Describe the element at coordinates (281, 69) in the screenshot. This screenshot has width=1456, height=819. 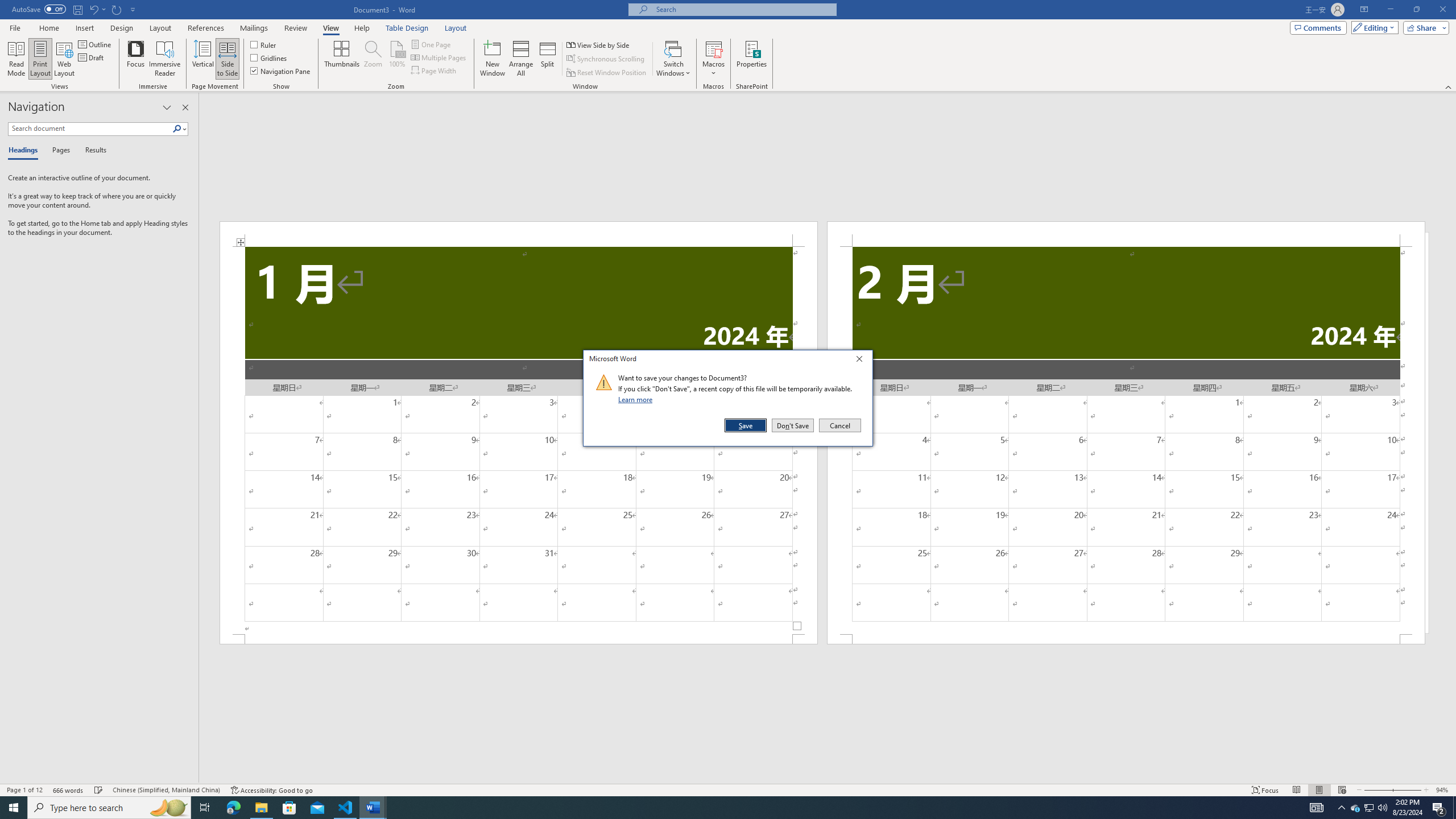
I see `'Navigation Pane'` at that location.